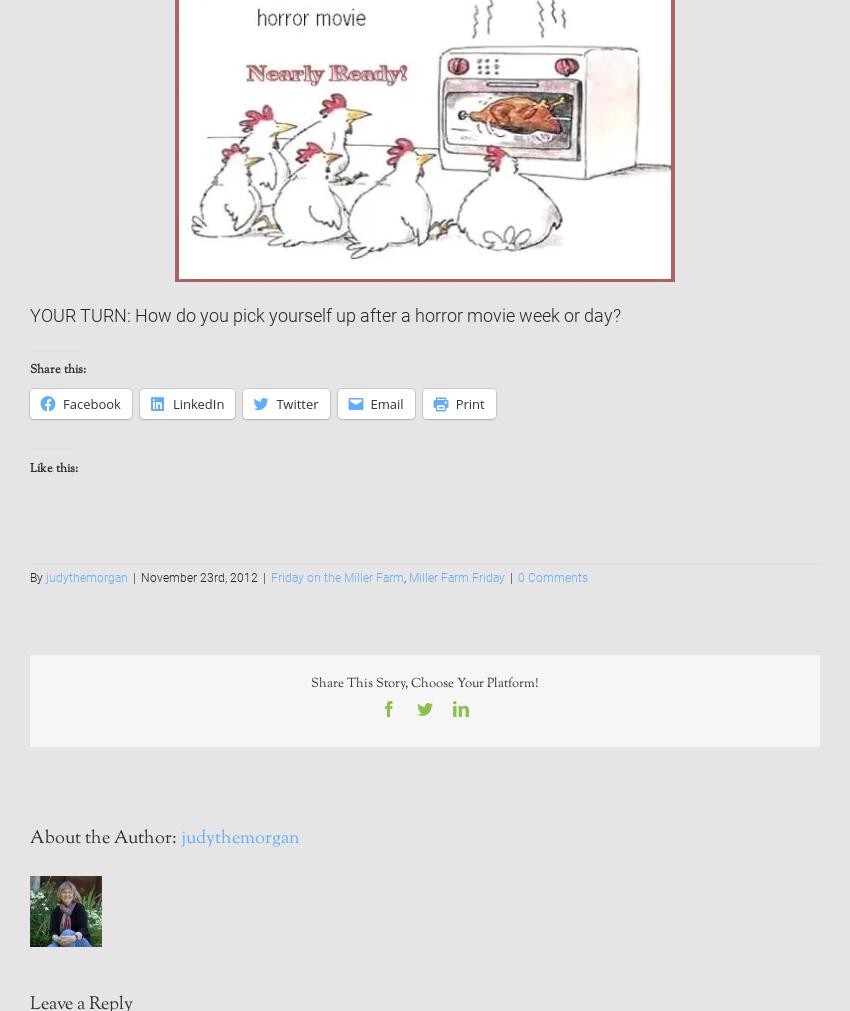  Describe the element at coordinates (104, 837) in the screenshot. I see `'About the Author:'` at that location.